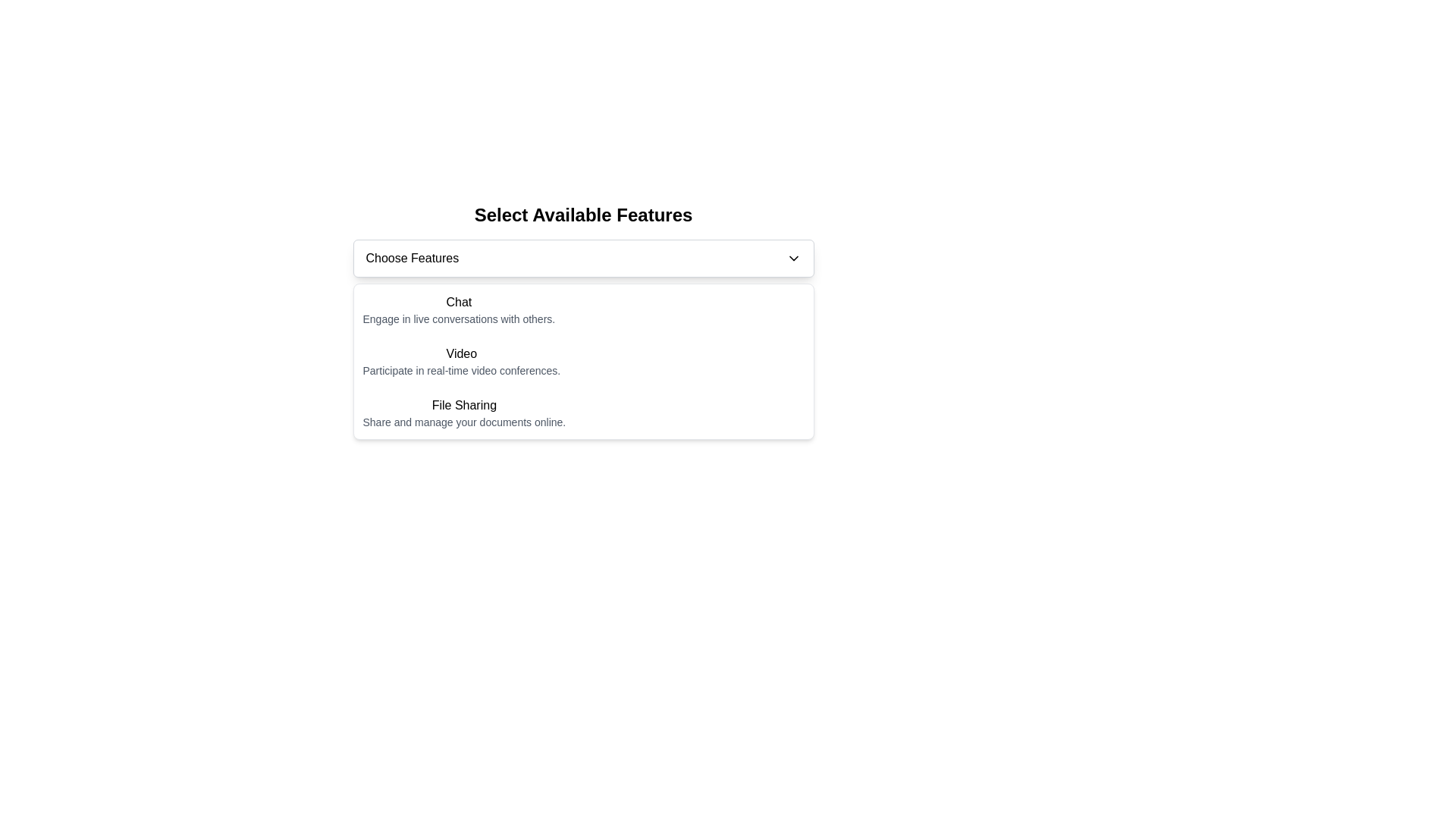 The image size is (1456, 819). Describe the element at coordinates (582, 215) in the screenshot. I see `the header element with the text 'Select Available Features', which is styled in bold and centered at the top of the page` at that location.